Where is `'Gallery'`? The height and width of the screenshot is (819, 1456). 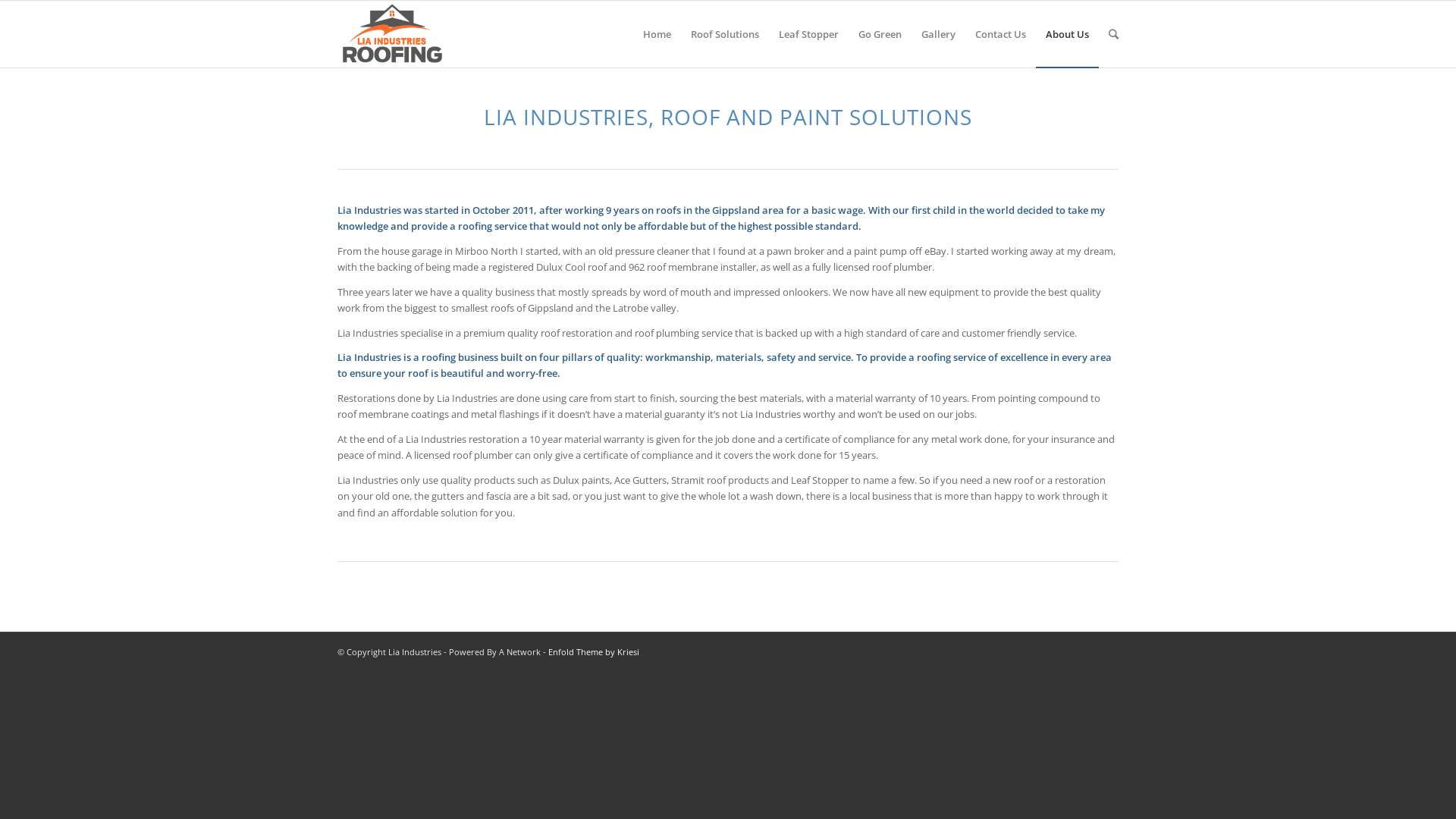 'Gallery' is located at coordinates (937, 34).